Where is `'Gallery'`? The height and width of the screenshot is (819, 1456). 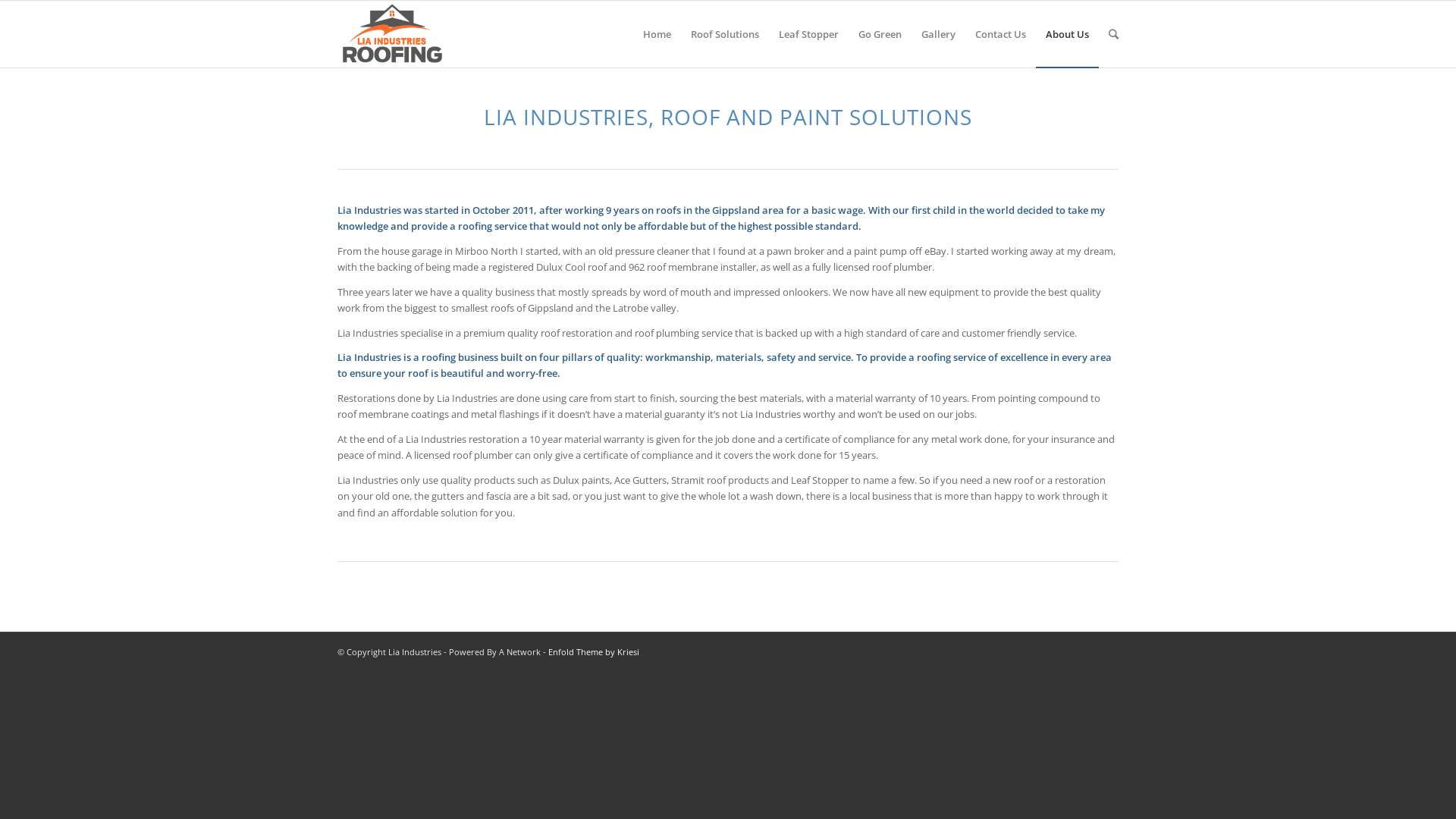 'Gallery' is located at coordinates (937, 34).